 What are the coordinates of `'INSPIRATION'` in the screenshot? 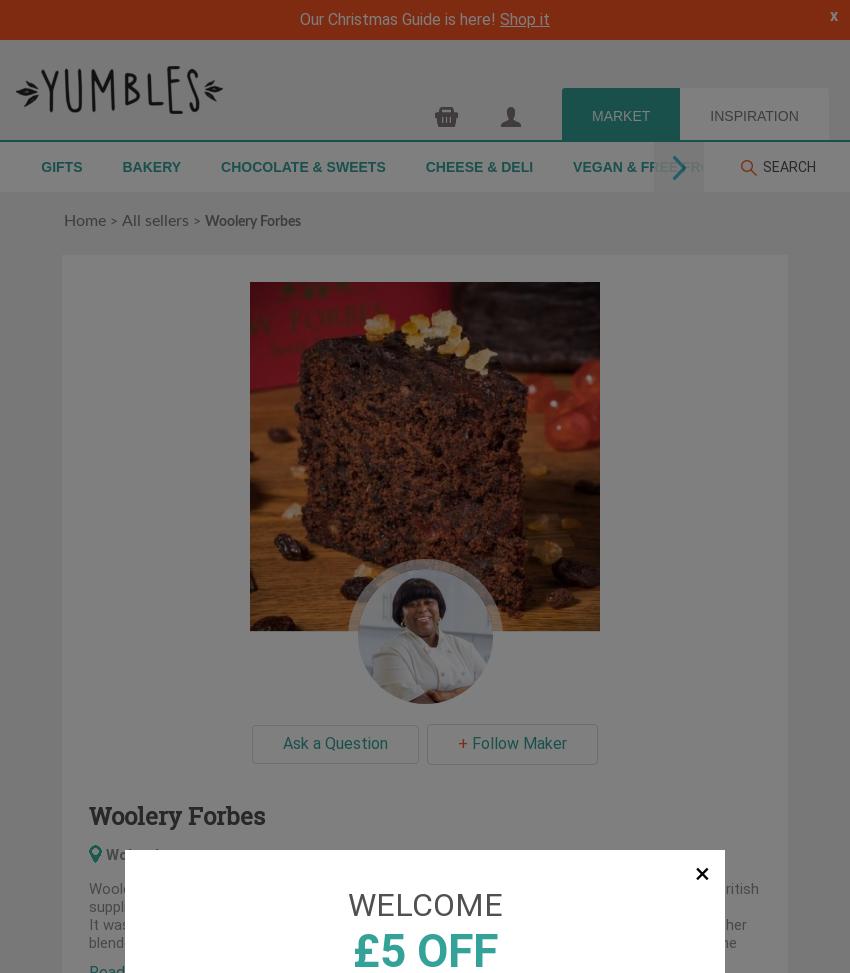 It's located at (709, 114).